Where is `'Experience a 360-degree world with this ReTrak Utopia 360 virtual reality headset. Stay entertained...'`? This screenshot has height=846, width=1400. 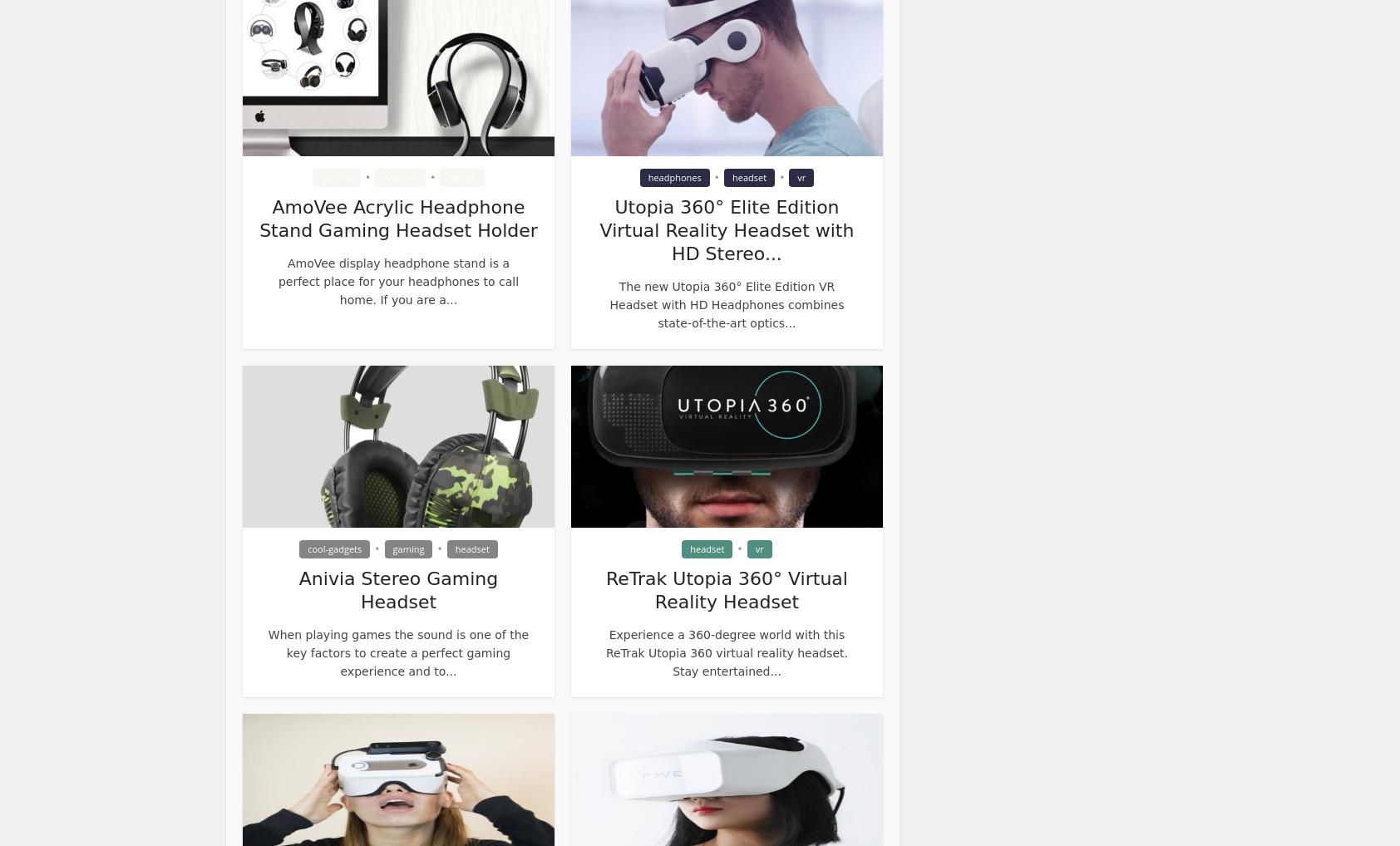 'Experience a 360-degree world with this ReTrak Utopia 360 virtual reality headset. Stay entertained...' is located at coordinates (725, 652).